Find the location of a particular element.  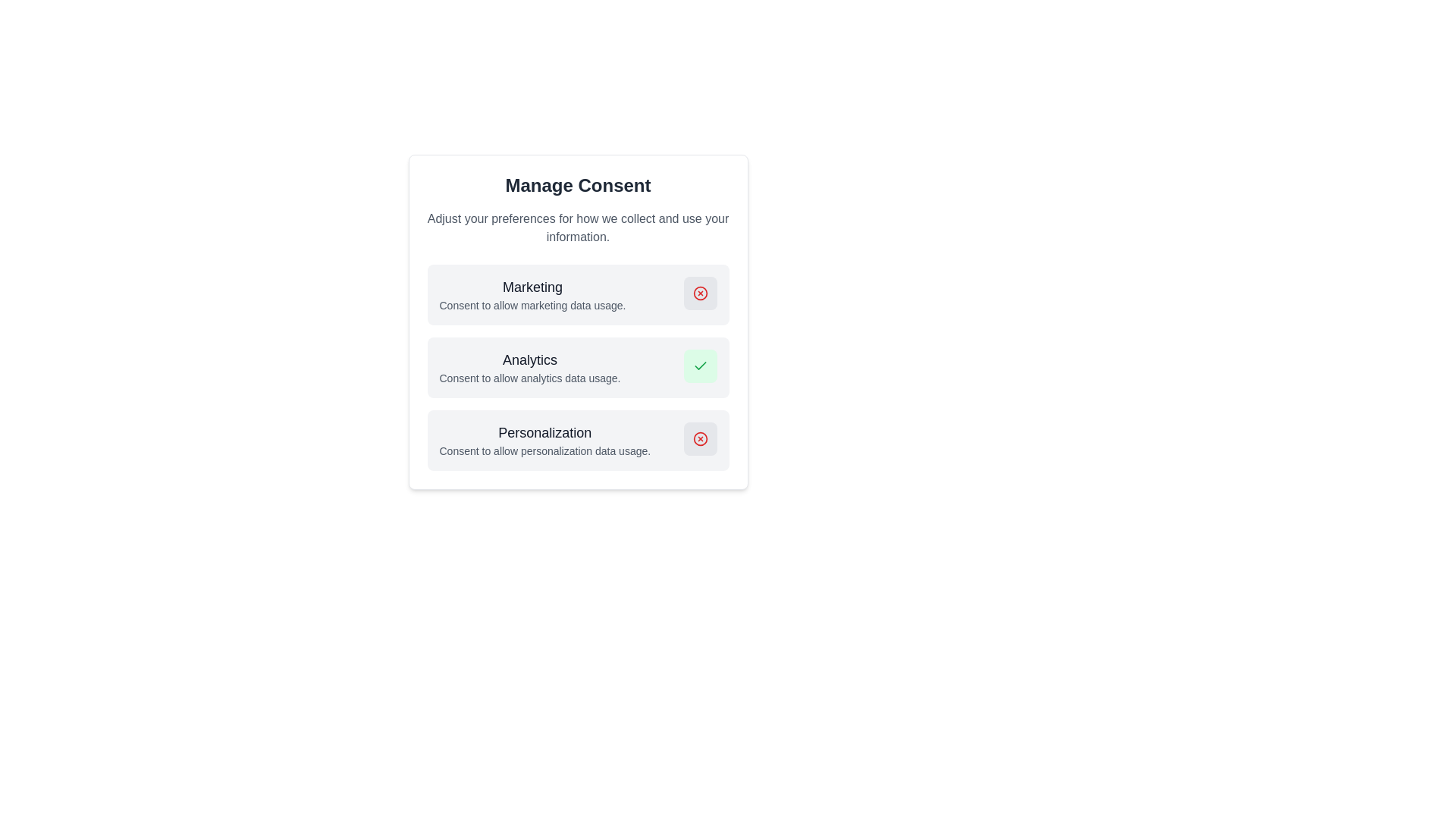

the Checkmark indicator or toggle-like button located to the right of the text 'Consent to allow analytics data usage.' in the 'Analytics' section is located at coordinates (699, 366).